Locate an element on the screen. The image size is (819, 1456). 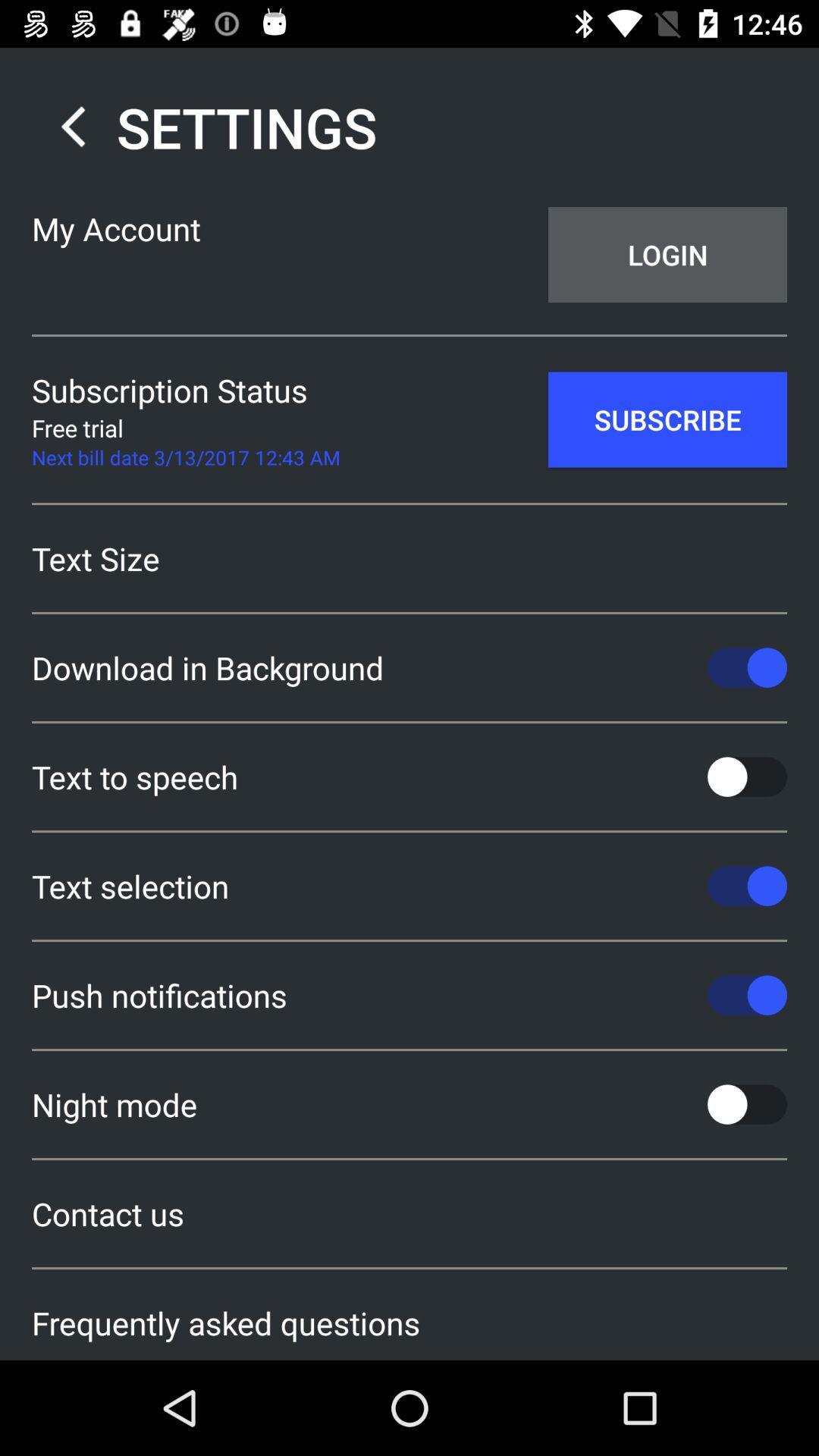
push notifications item is located at coordinates (409, 995).